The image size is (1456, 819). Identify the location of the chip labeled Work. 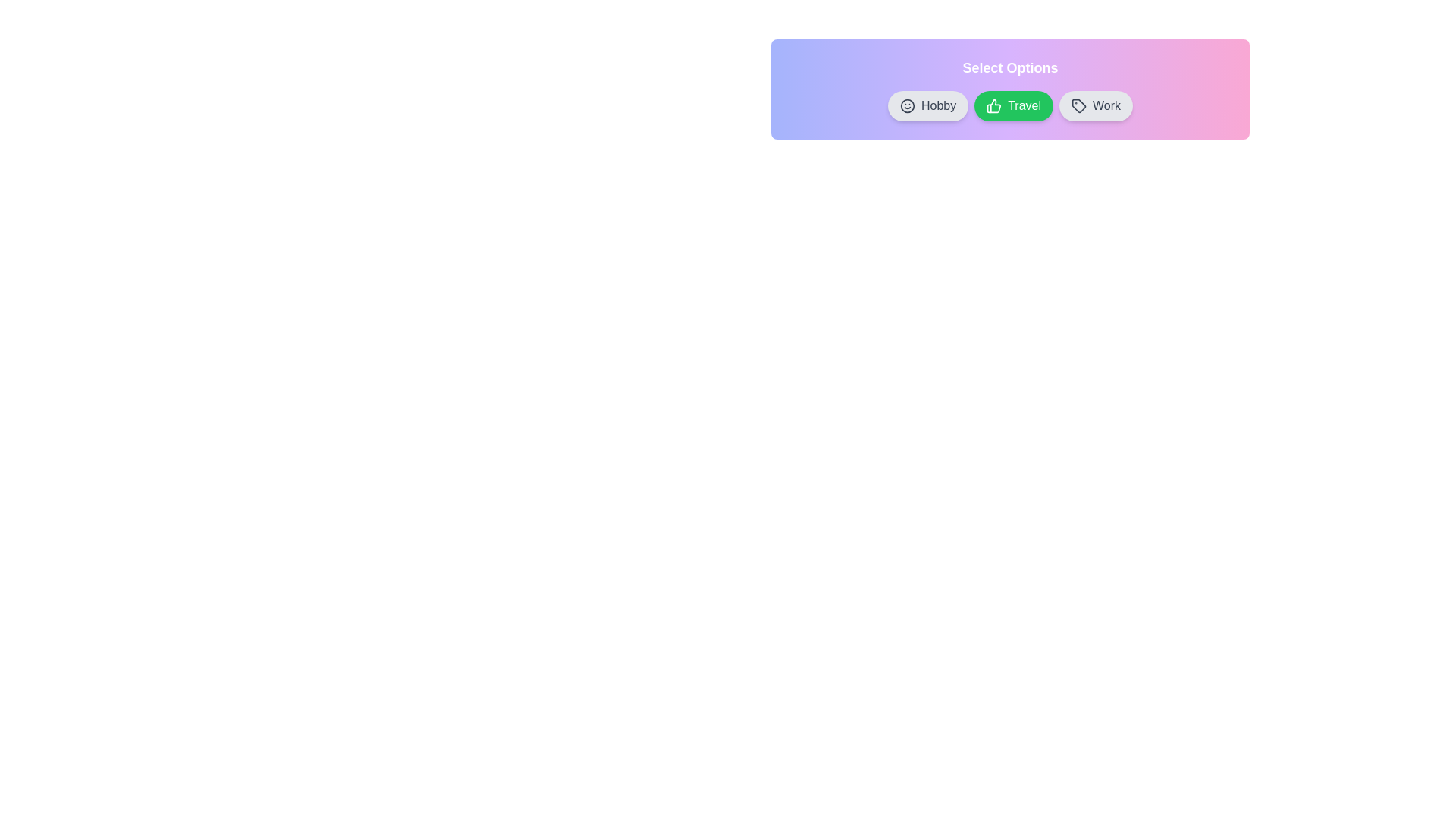
(1095, 105).